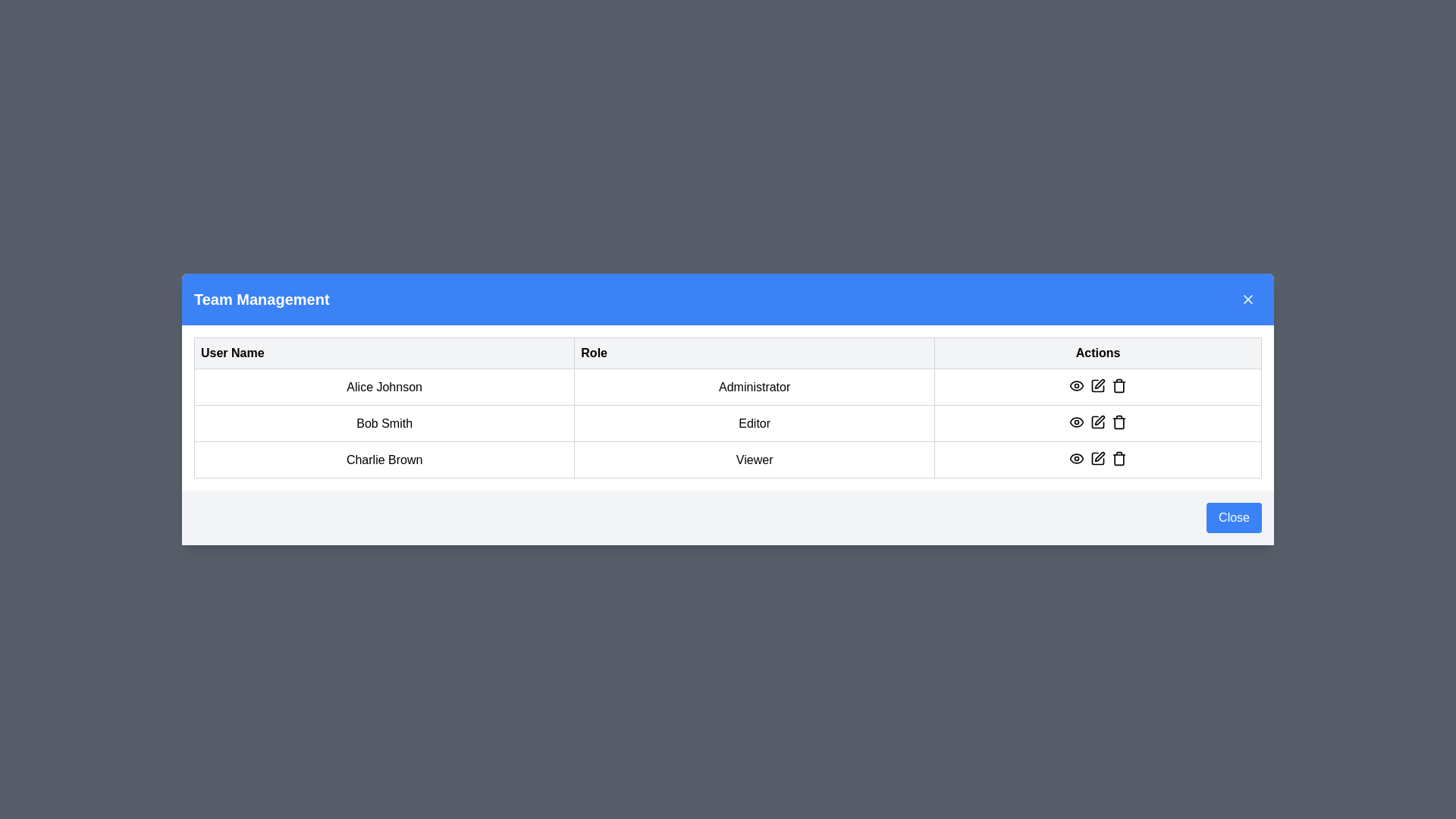 Image resolution: width=1456 pixels, height=819 pixels. What do you see at coordinates (755, 423) in the screenshot?
I see `the text label displaying 'Editor' in the 'Role' column of the table, located in the second row associated with 'Bob Smith'` at bounding box center [755, 423].